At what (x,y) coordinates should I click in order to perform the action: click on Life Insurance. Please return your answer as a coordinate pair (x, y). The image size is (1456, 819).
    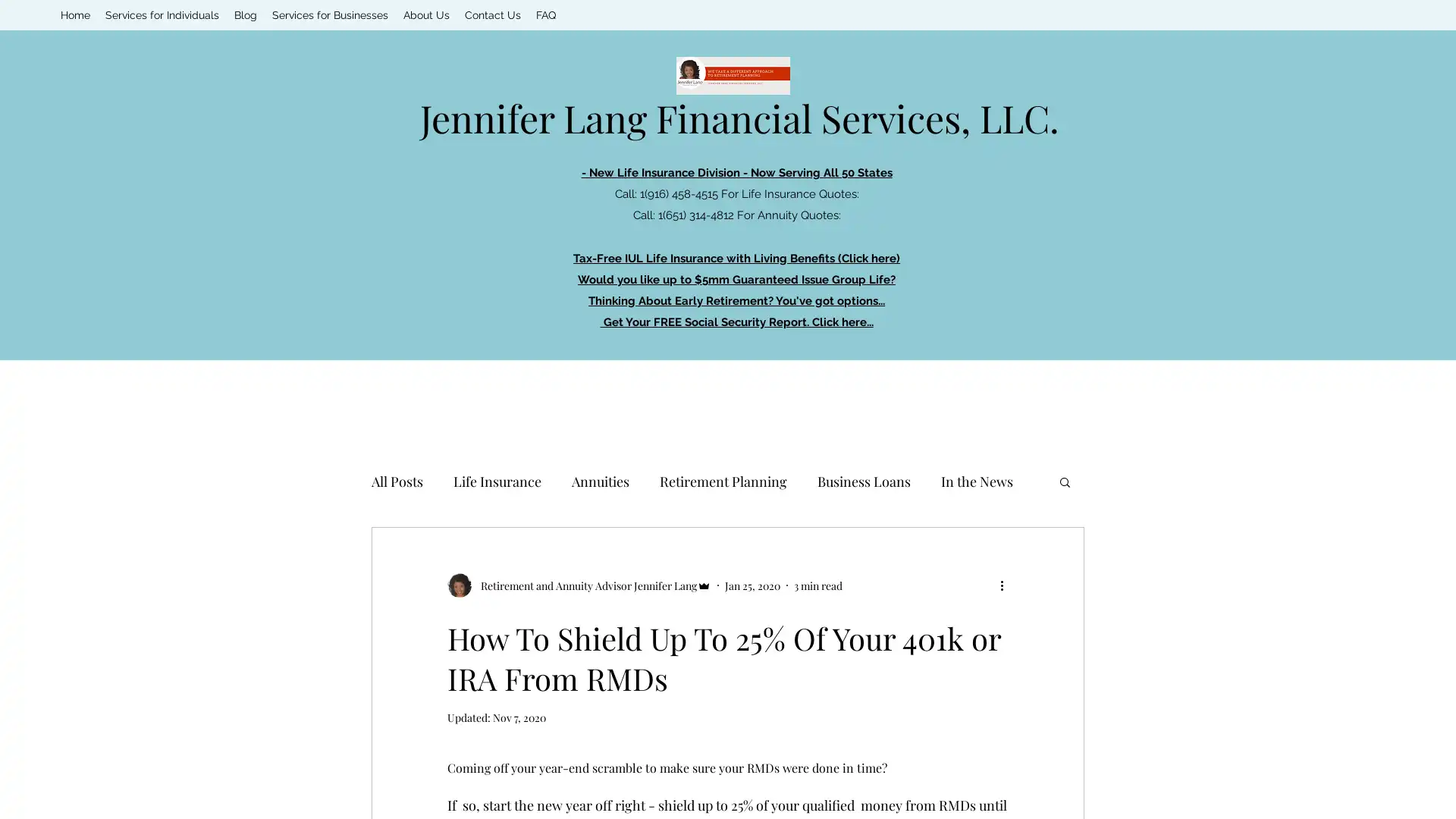
    Looking at the image, I should click on (497, 482).